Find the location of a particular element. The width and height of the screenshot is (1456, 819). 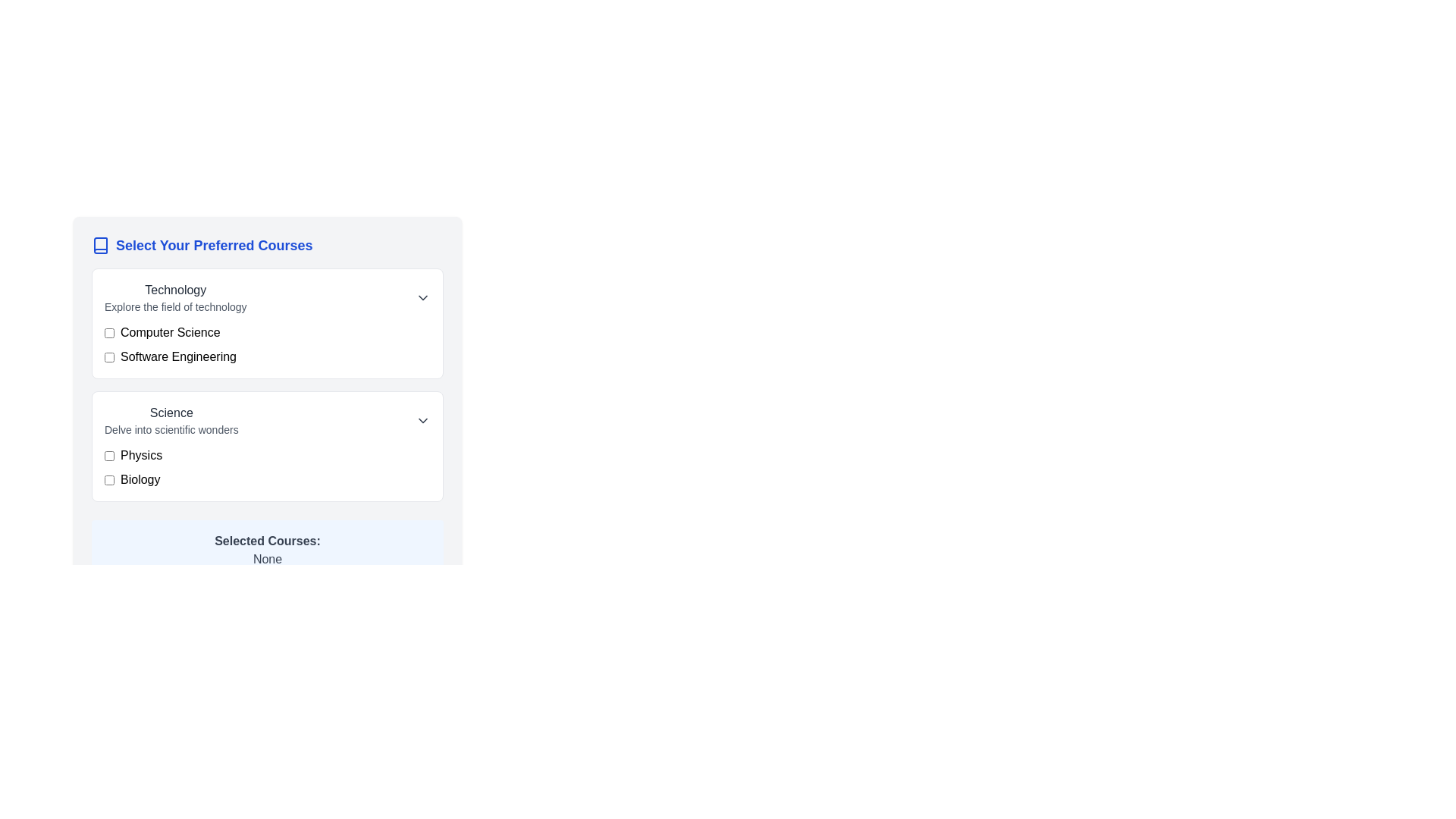

the list item with the text 'Software Engineering' and its adjacent checkbox by tab focusing on it is located at coordinates (268, 356).